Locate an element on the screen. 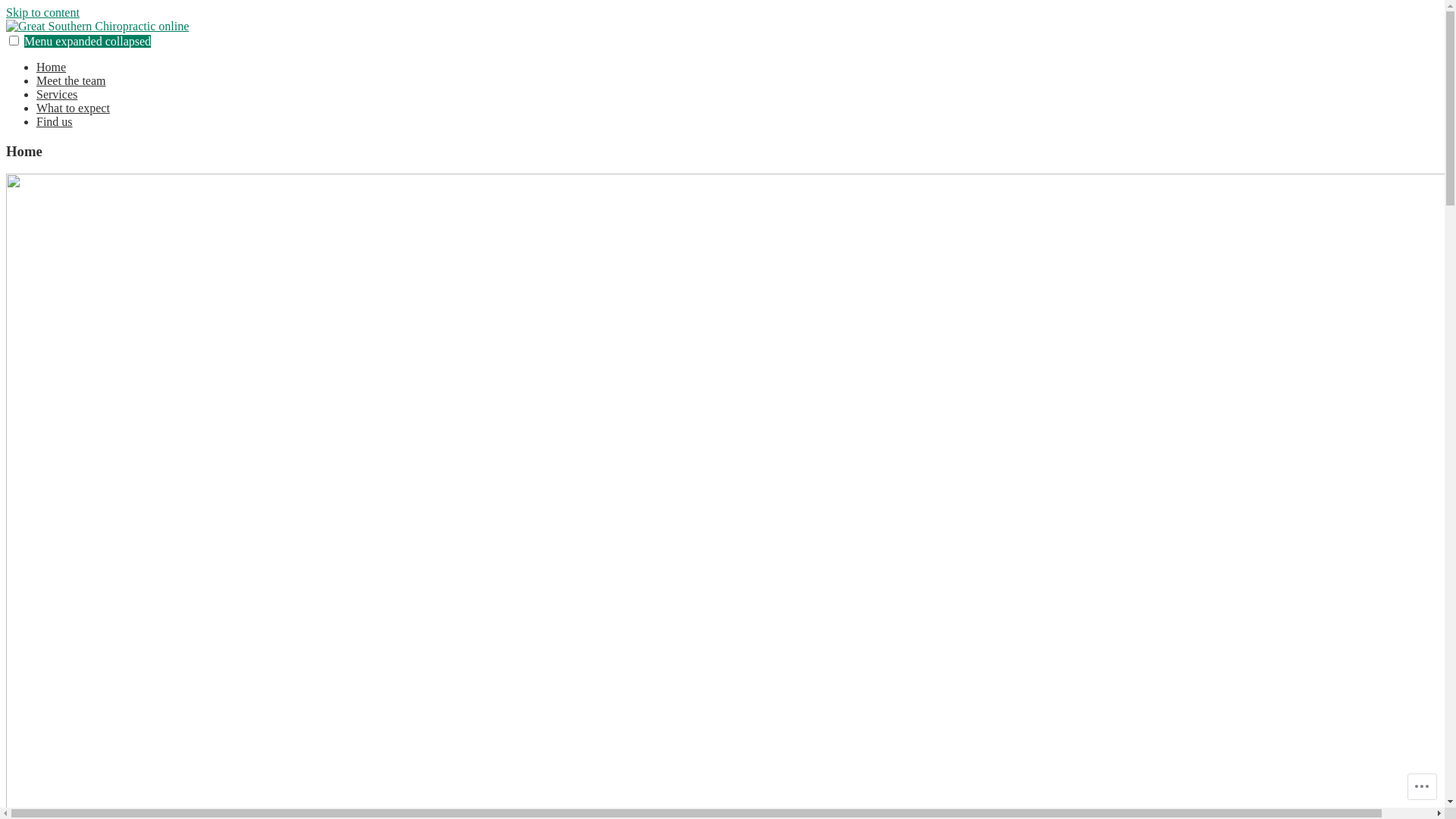 The image size is (1456, 819). 'Services' is located at coordinates (57, 94).